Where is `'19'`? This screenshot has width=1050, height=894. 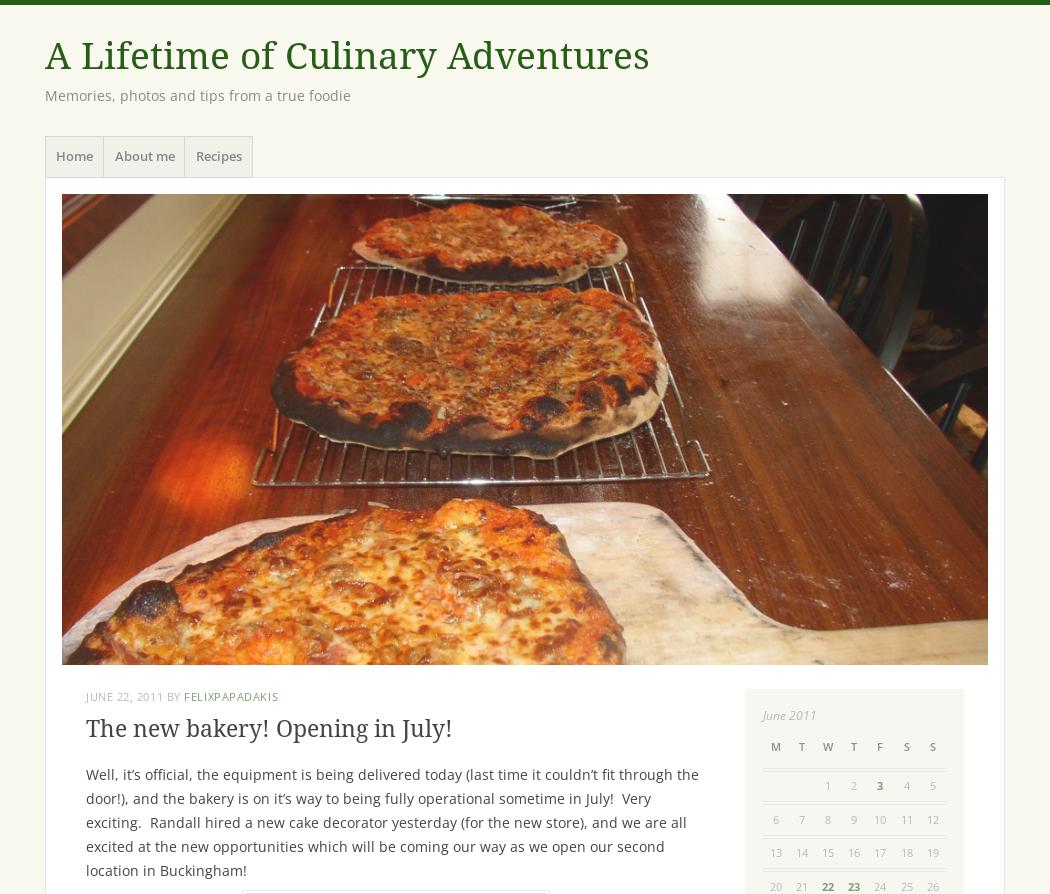
'19' is located at coordinates (931, 851).